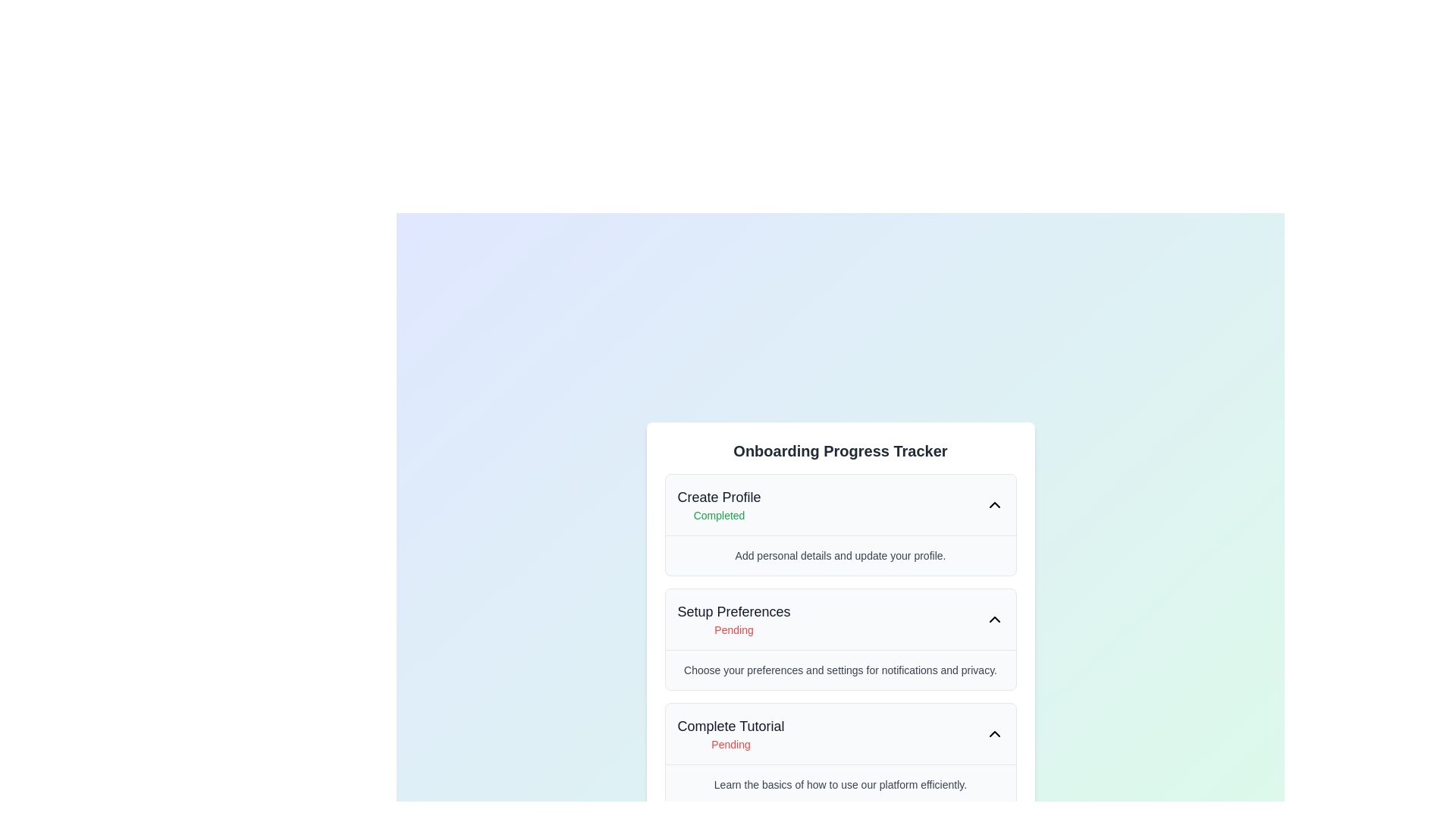  Describe the element at coordinates (734, 619) in the screenshot. I see `the 'Setup Preferences' text block in the Onboarding Progress Tracker` at that location.